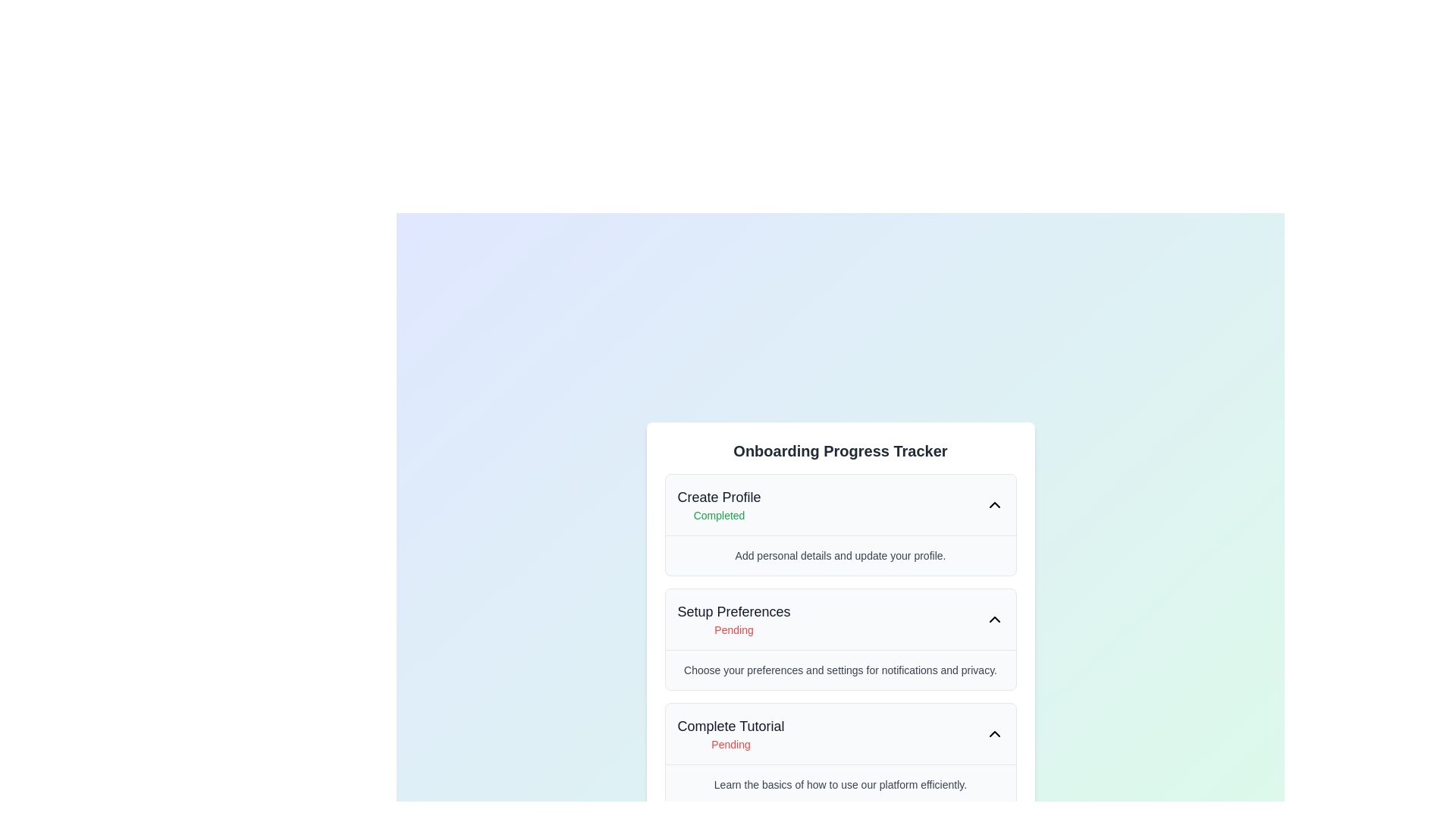  Describe the element at coordinates (734, 619) in the screenshot. I see `the 'Setup Preferences' text block in the Onboarding Progress Tracker` at that location.